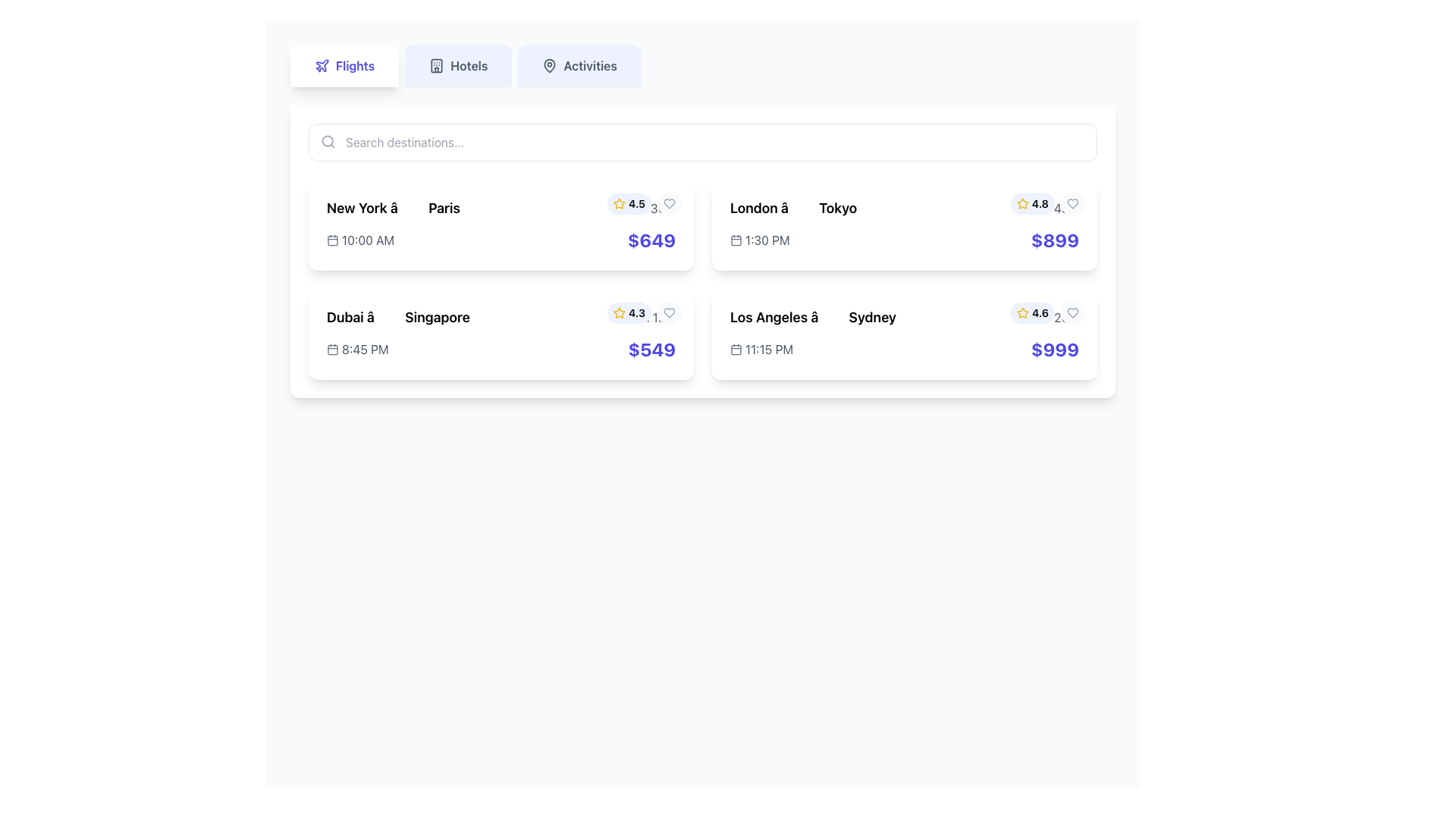  I want to click on the 'Hotels' navigation tab, which is the second item in a horizontal group of three tabs located near the top center of the interface, so click(457, 65).